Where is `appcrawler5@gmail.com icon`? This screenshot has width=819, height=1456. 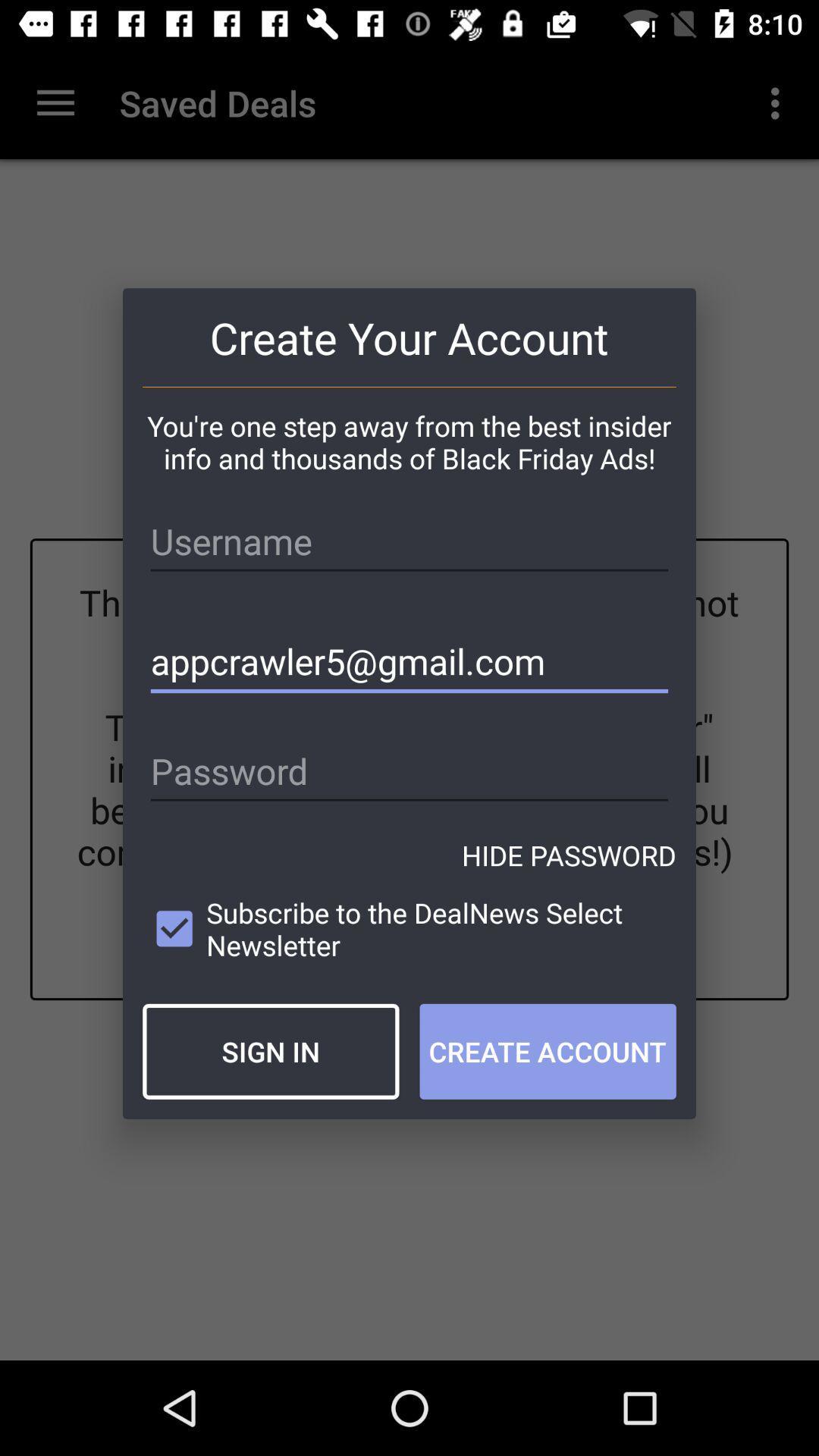
appcrawler5@gmail.com icon is located at coordinates (409, 662).